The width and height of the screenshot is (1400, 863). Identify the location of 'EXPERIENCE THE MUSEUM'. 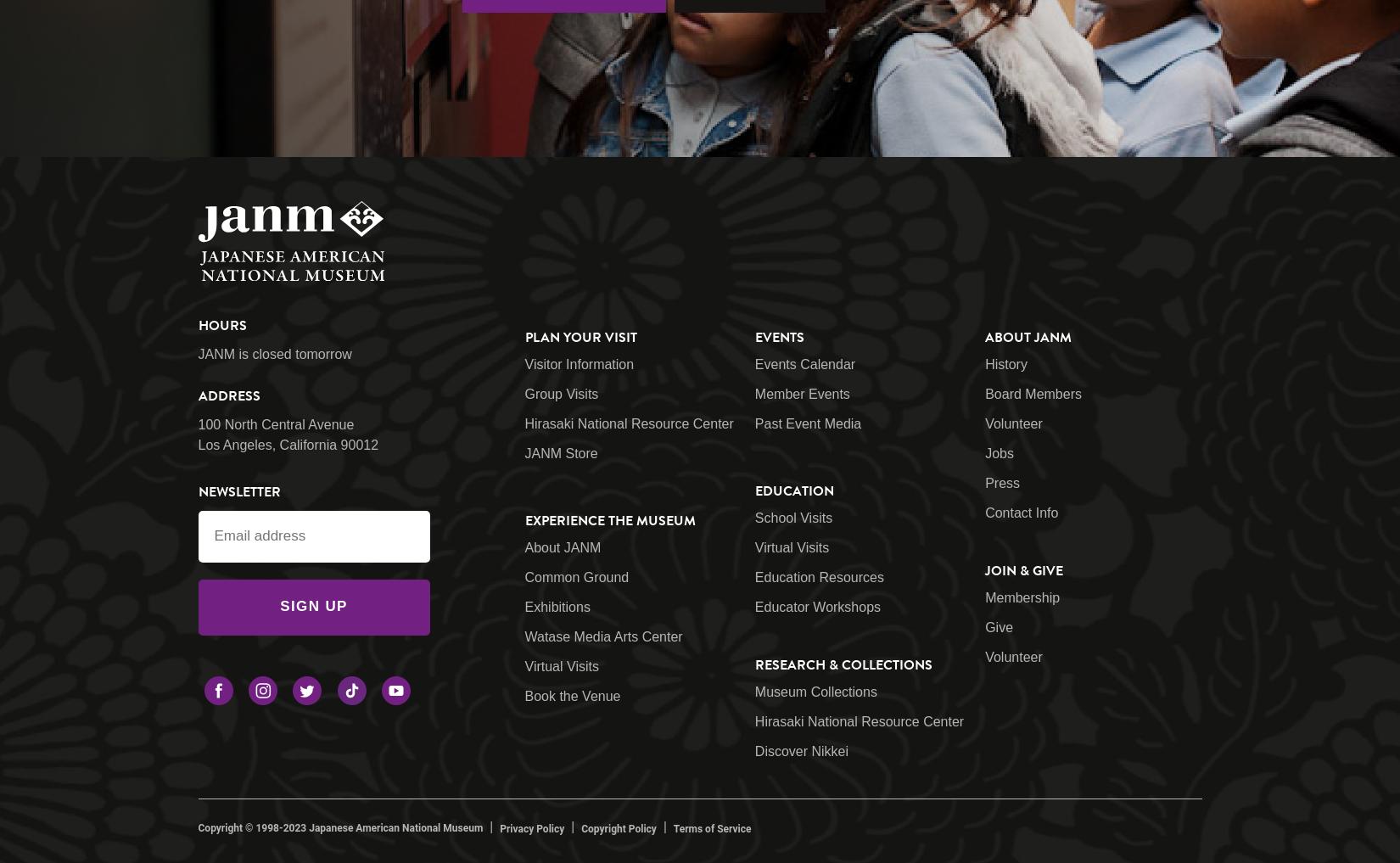
(608, 519).